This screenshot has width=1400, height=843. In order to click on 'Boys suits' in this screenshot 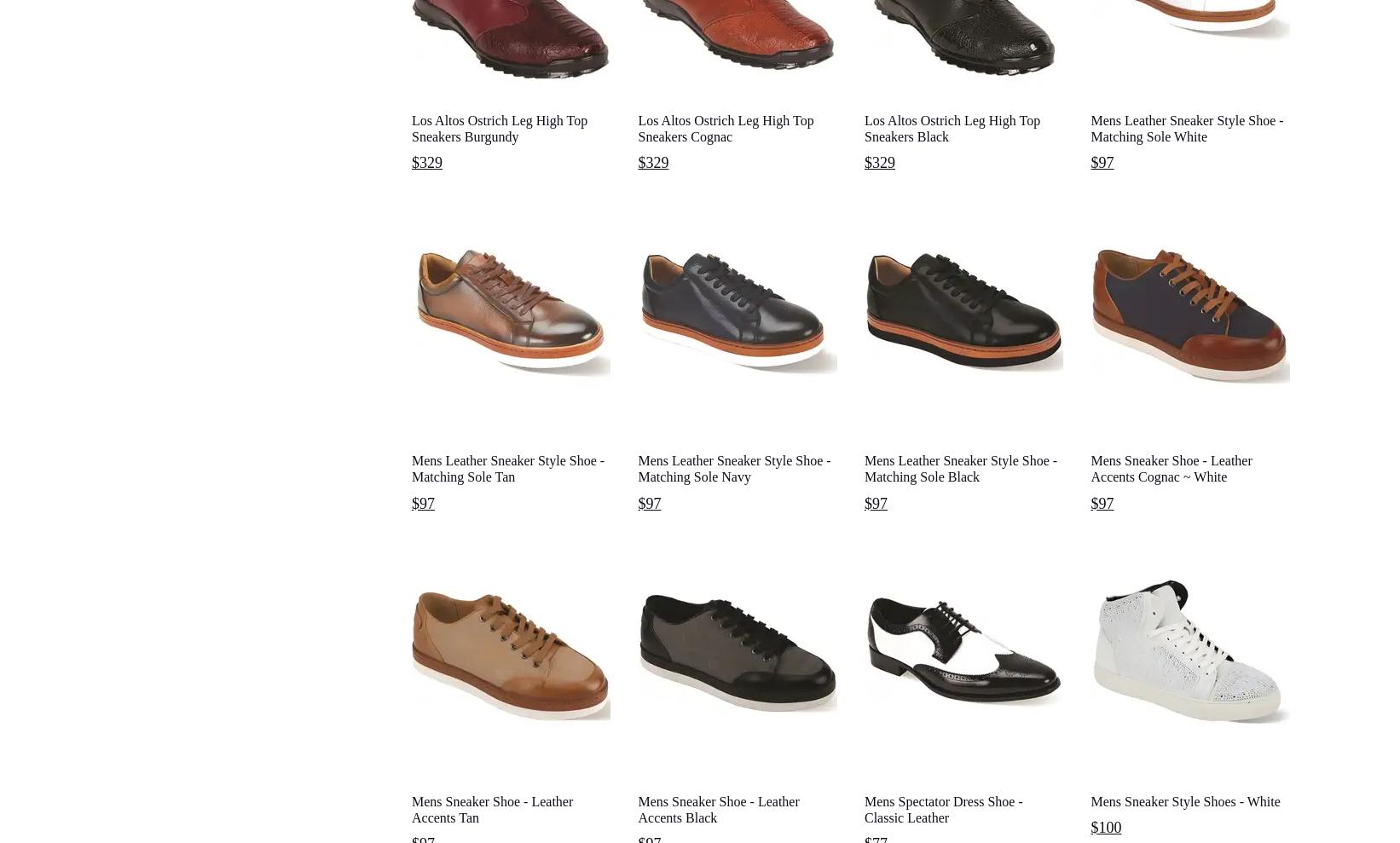, I will do `click(734, 679)`.